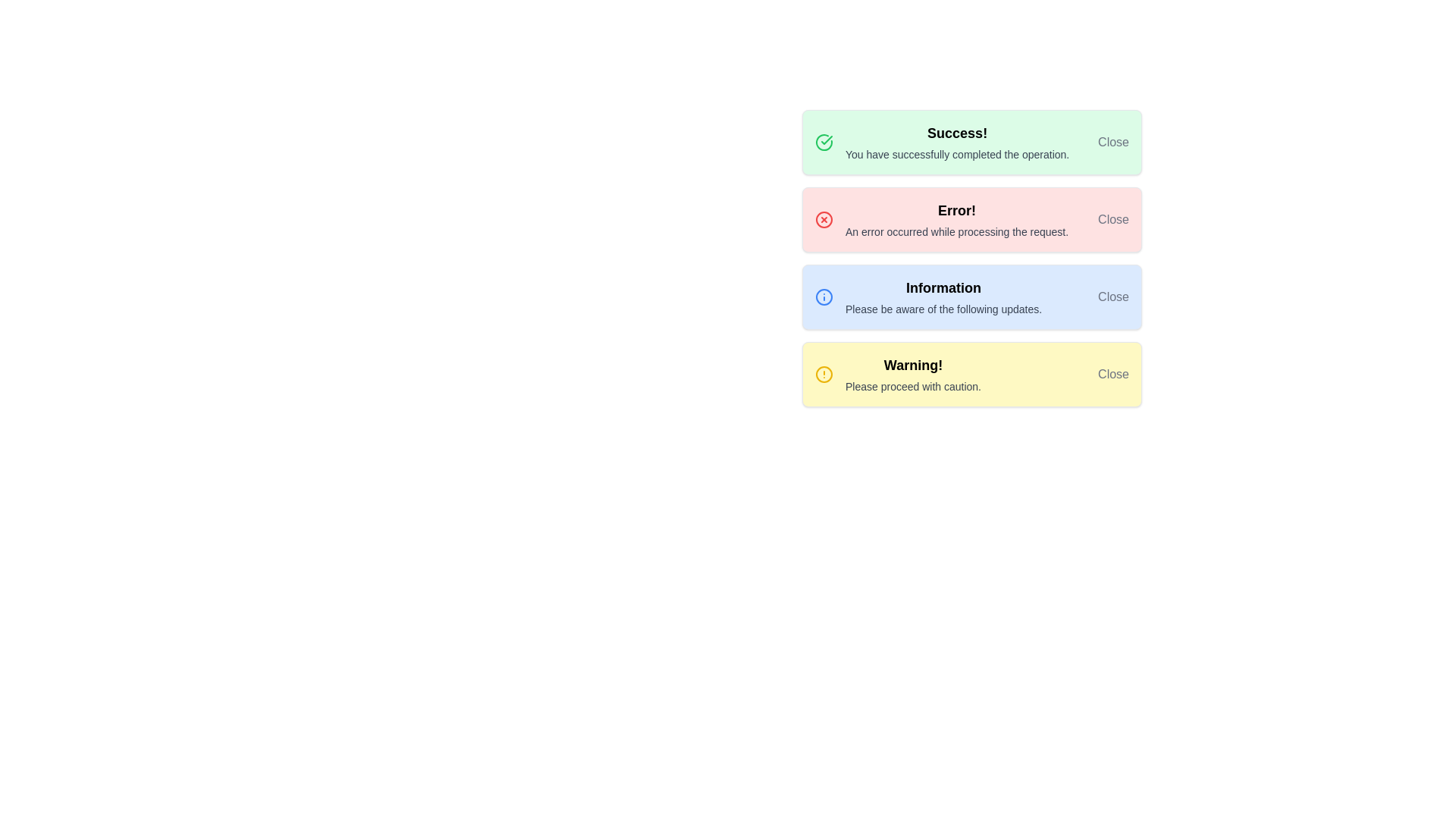 The width and height of the screenshot is (1456, 819). What do you see at coordinates (956, 155) in the screenshot?
I see `text label displaying the message 'You have successfully completed the operation.' located below the 'Success!' heading in the green notification card` at bounding box center [956, 155].